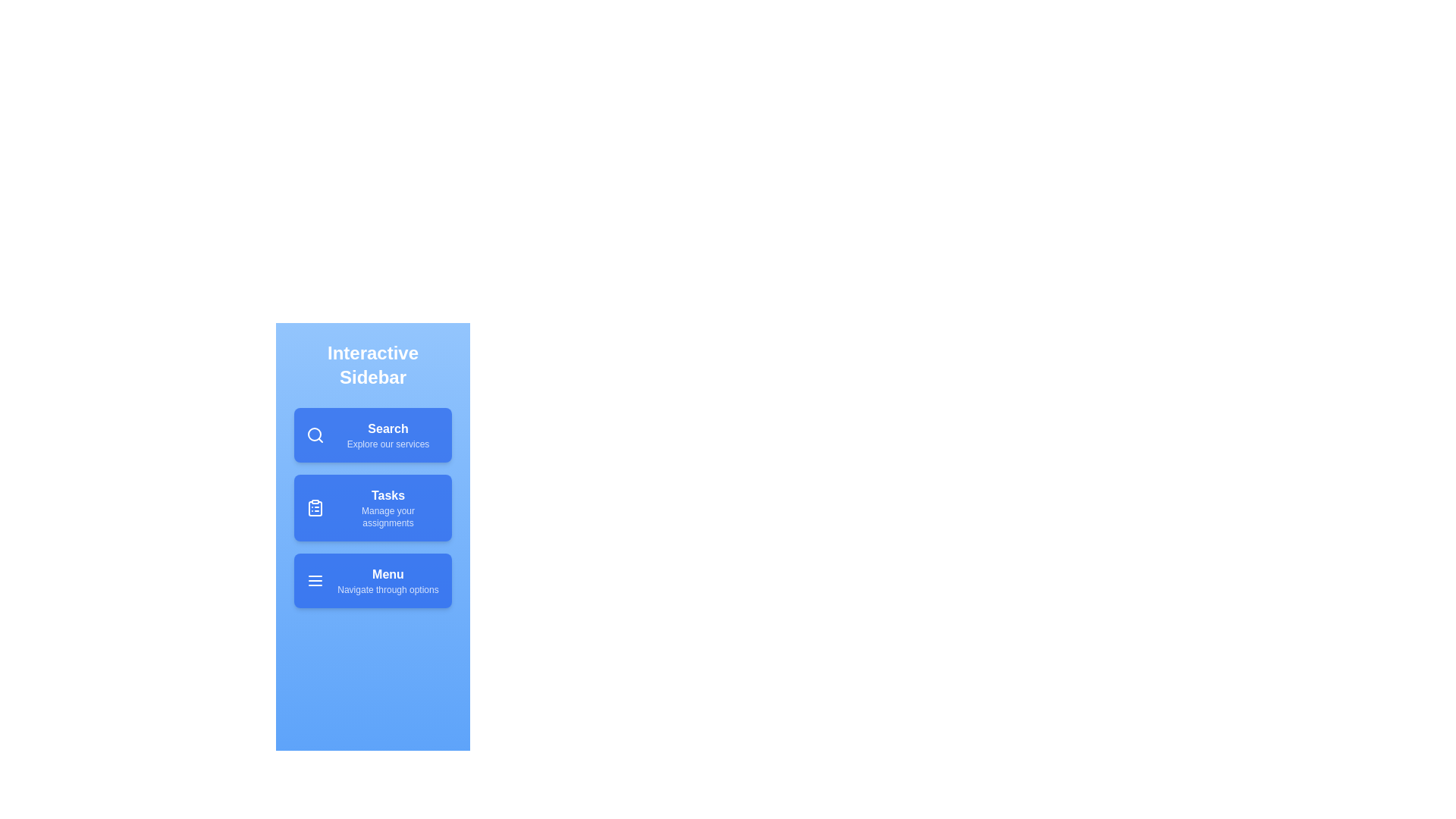 The height and width of the screenshot is (819, 1456). Describe the element at coordinates (315, 508) in the screenshot. I see `the icon of the menu item Tasks` at that location.